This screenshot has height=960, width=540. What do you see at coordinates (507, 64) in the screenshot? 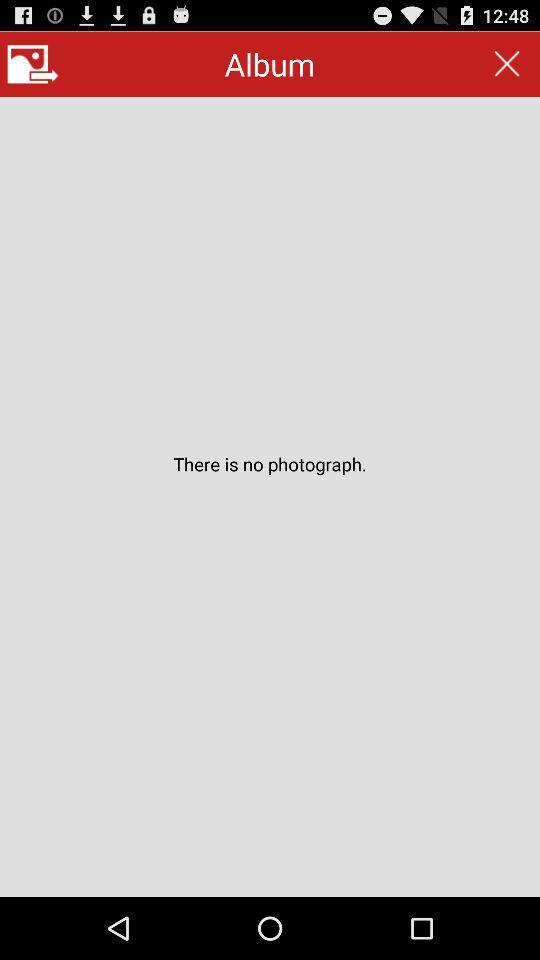
I see `exit` at bounding box center [507, 64].